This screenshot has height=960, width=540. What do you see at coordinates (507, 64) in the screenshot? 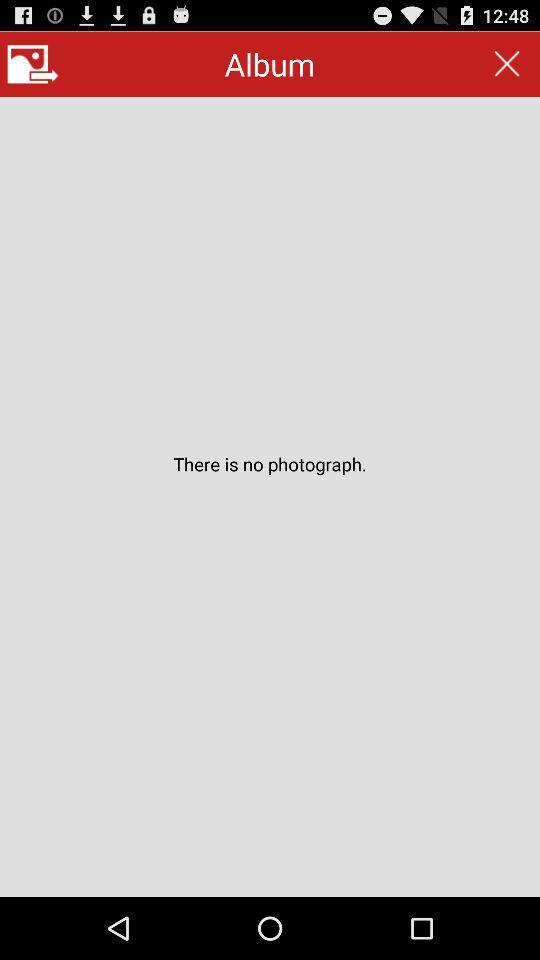
I see `exit` at bounding box center [507, 64].